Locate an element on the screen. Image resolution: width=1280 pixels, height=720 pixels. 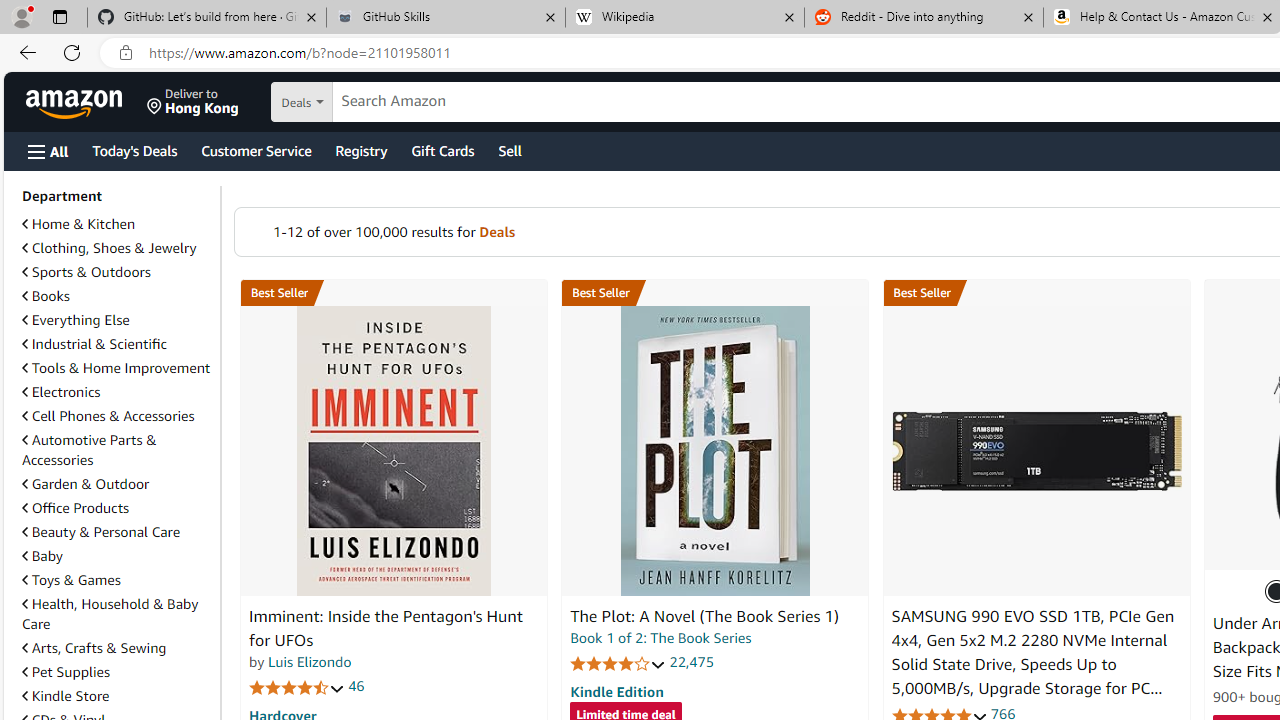
'Beauty & Personal Care' is located at coordinates (100, 530).